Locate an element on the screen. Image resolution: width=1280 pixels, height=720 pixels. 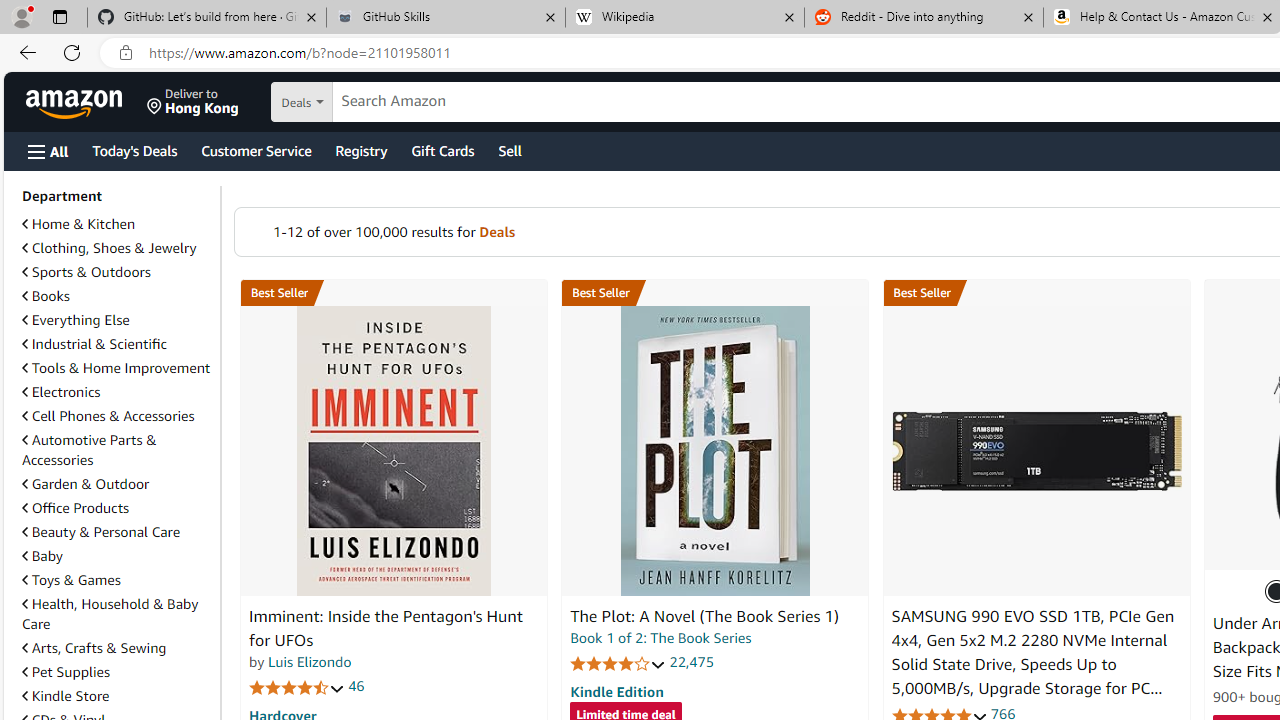
'Beauty & Personal Care' is located at coordinates (100, 530).